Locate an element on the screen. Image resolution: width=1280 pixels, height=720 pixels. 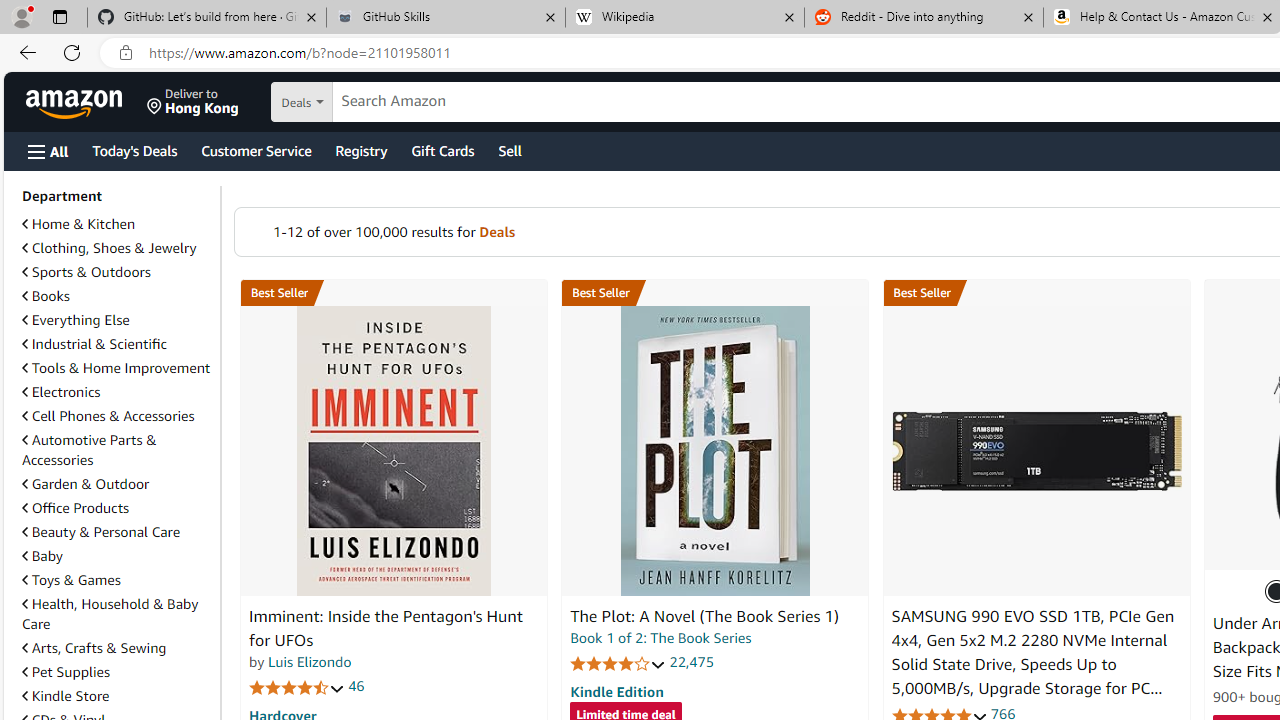
'Beauty & Personal Care' is located at coordinates (100, 530).